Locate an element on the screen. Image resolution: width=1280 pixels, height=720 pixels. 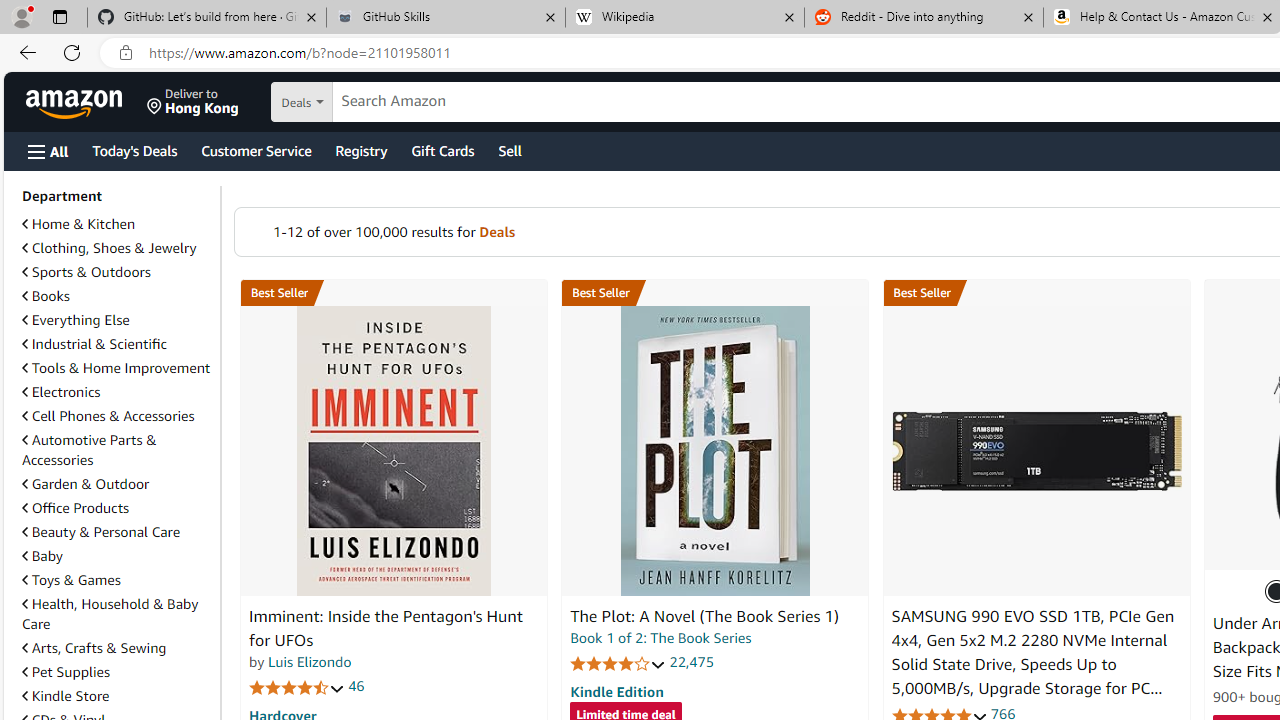
'Beauty & Personal Care' is located at coordinates (100, 530).